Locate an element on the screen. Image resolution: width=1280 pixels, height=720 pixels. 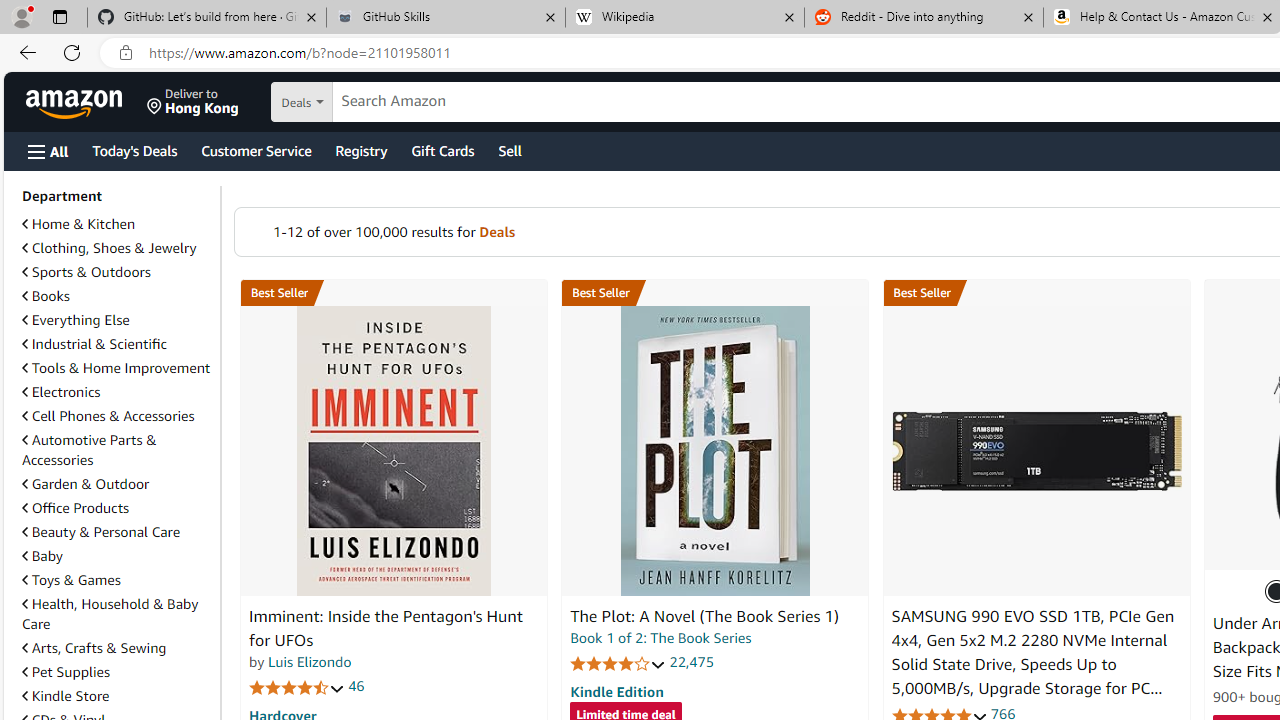
'Beauty & Personal Care' is located at coordinates (100, 530).